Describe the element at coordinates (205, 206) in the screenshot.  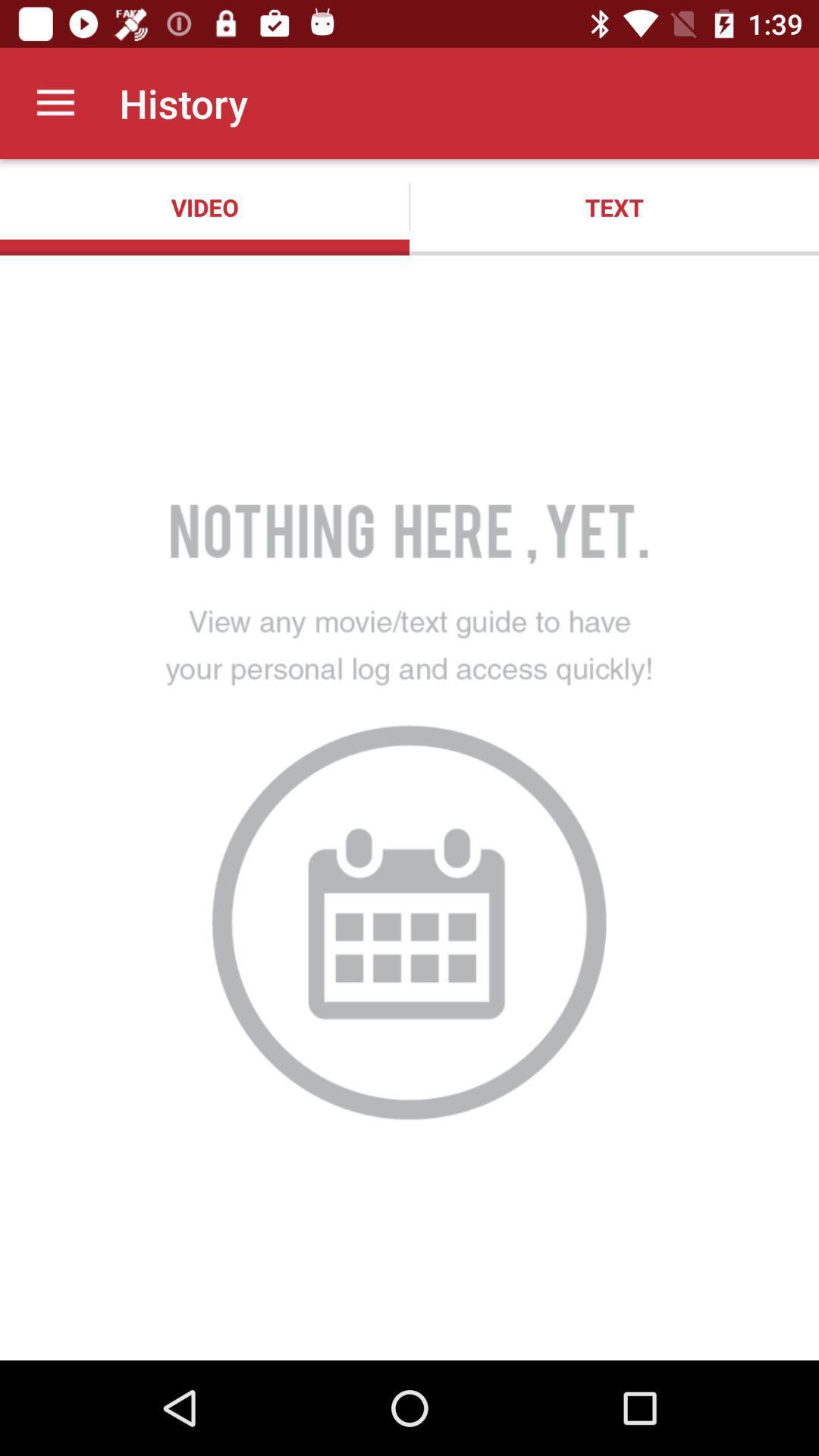
I see `the app to the left of text item` at that location.